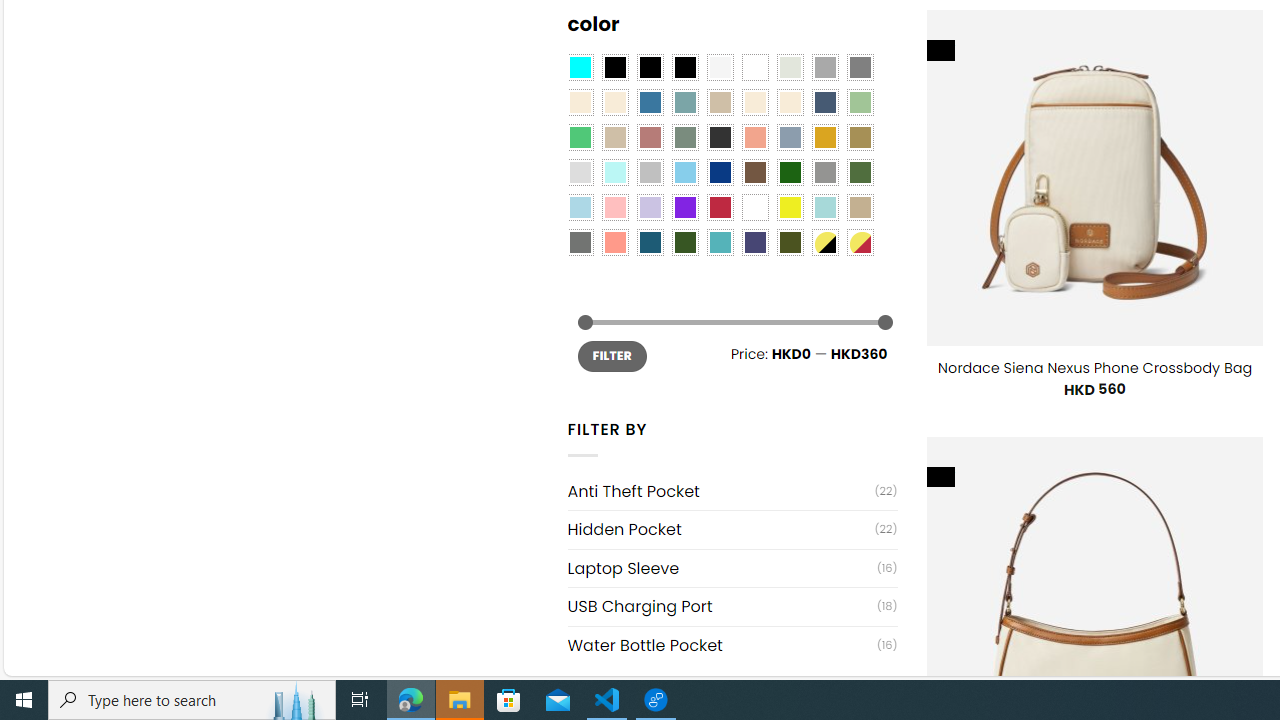 This screenshot has width=1280, height=720. I want to click on 'Light Taupe', so click(614, 137).